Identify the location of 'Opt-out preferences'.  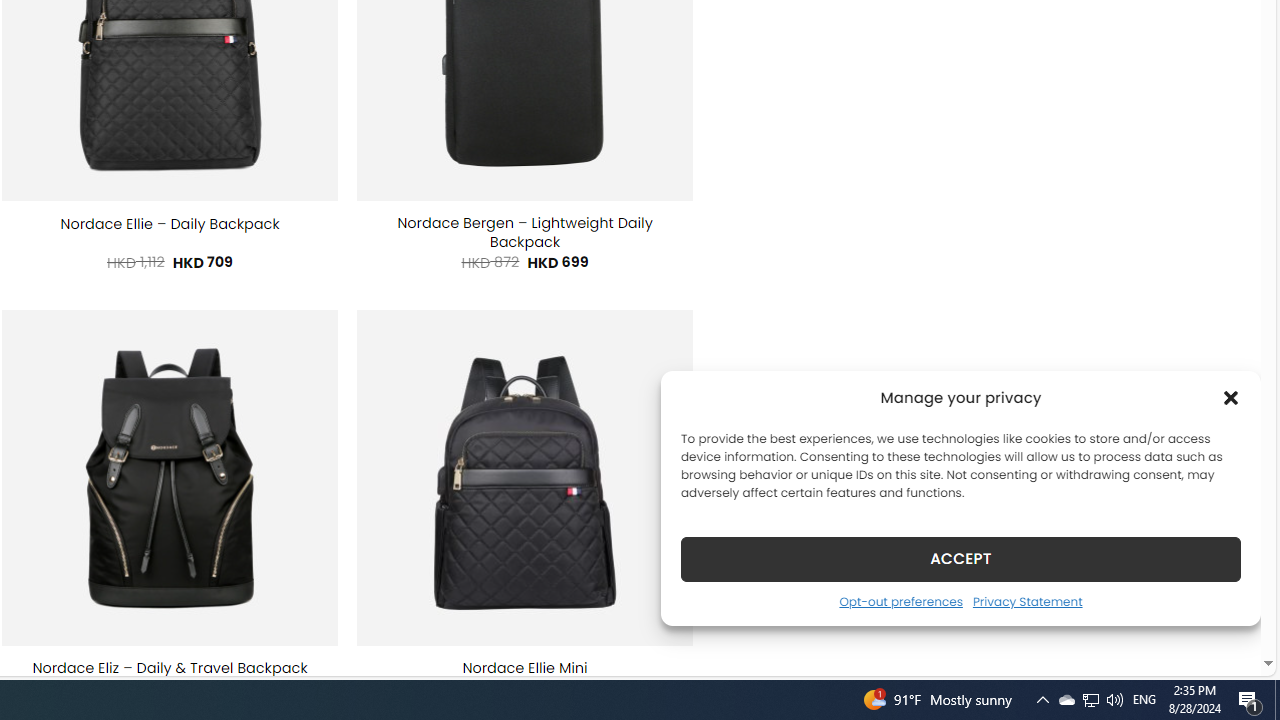
(899, 600).